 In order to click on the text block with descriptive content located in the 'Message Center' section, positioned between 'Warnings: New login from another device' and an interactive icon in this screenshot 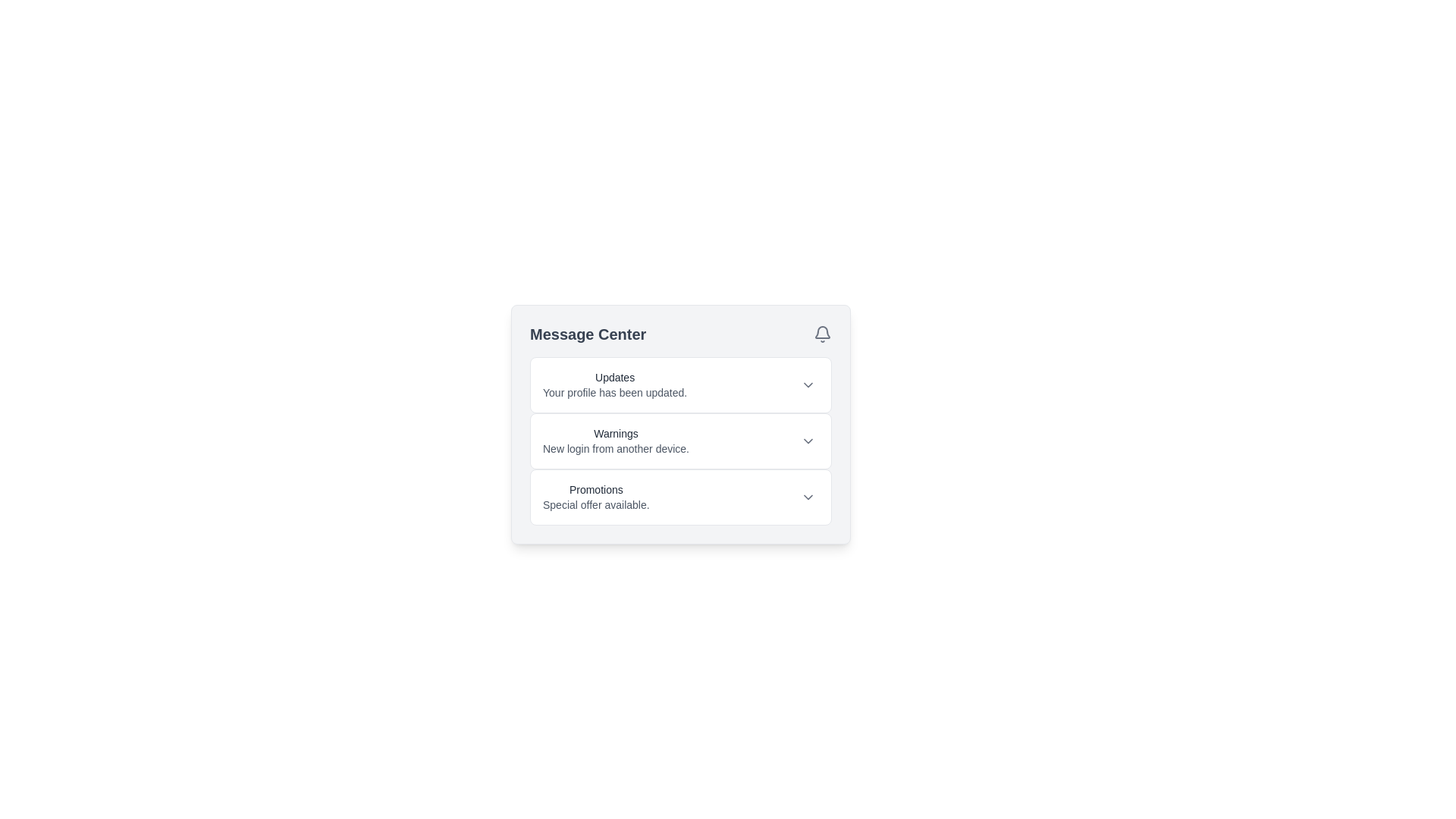, I will do `click(595, 497)`.